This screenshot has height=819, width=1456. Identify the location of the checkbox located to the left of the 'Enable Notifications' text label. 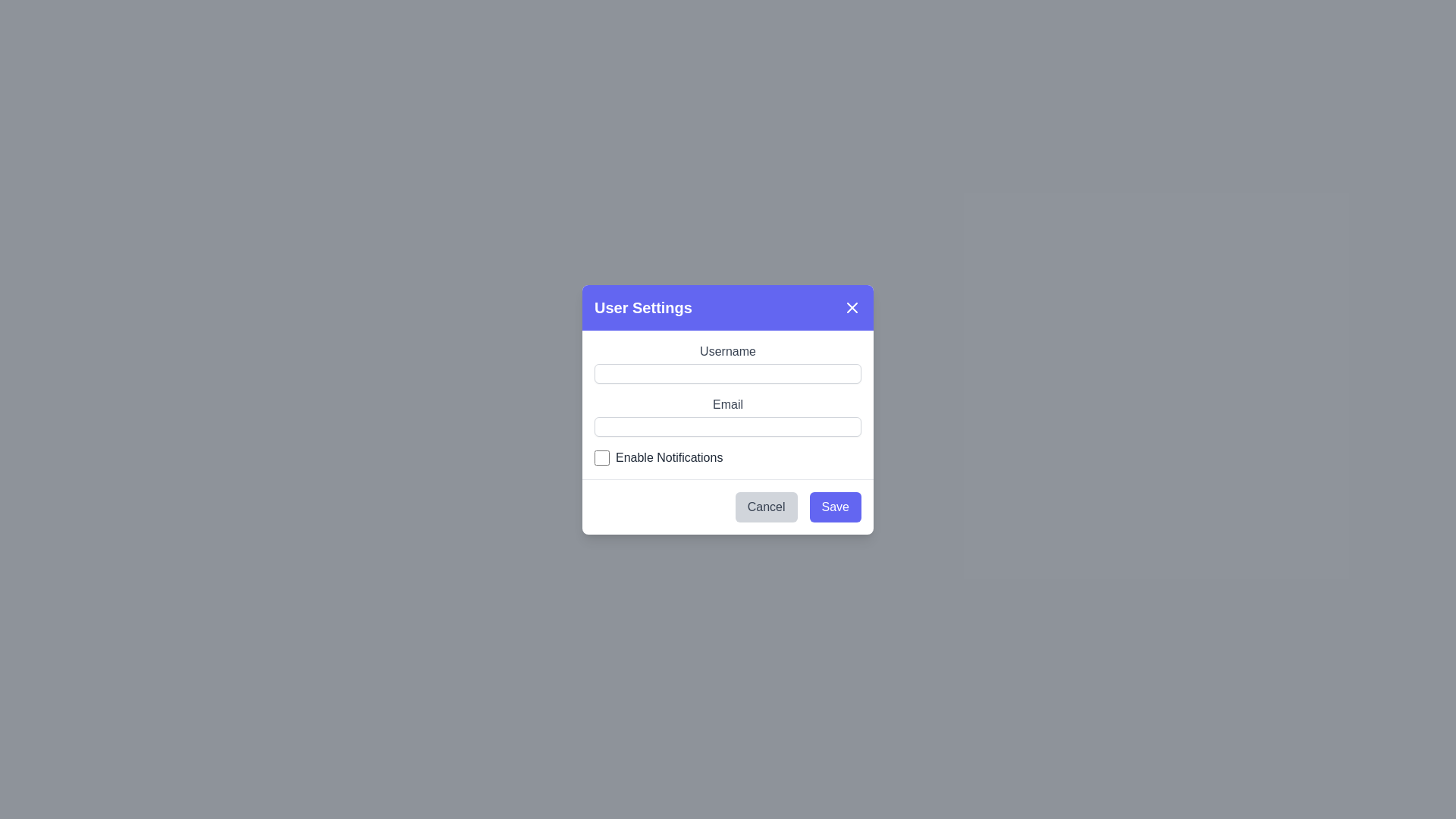
(601, 457).